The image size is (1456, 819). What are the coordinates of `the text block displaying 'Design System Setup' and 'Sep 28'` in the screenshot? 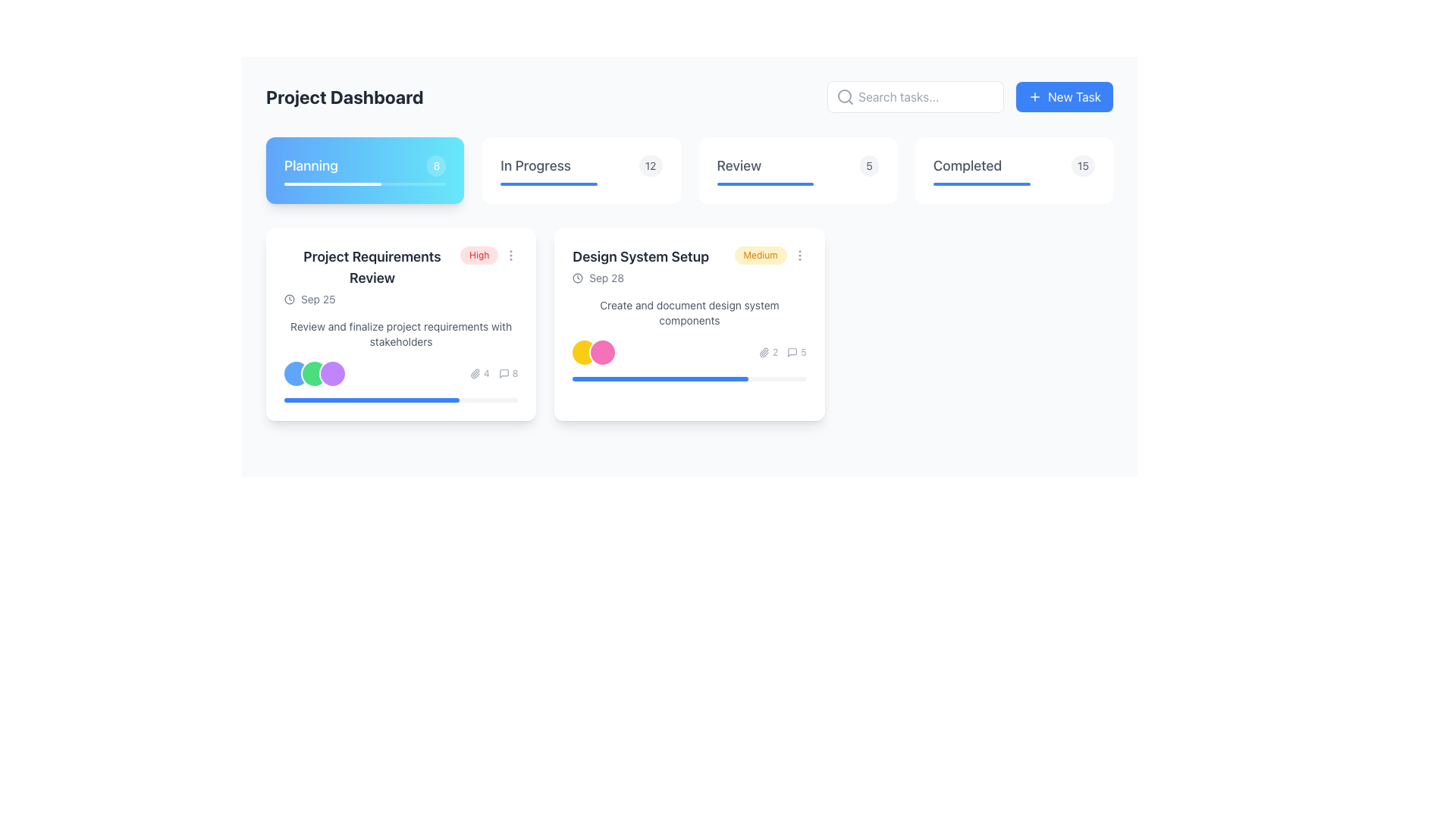 It's located at (641, 265).